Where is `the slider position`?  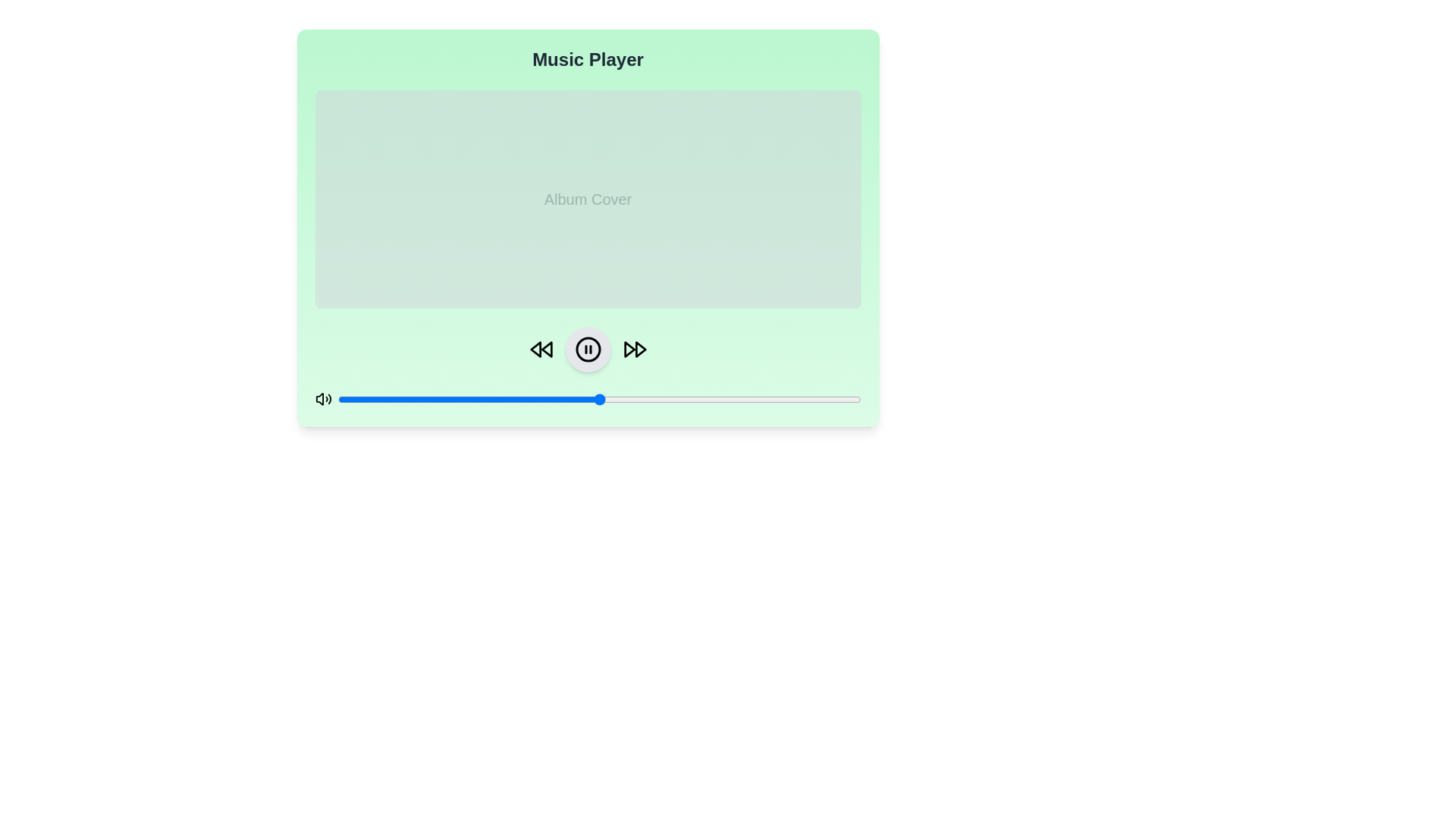
the slider position is located at coordinates (723, 399).